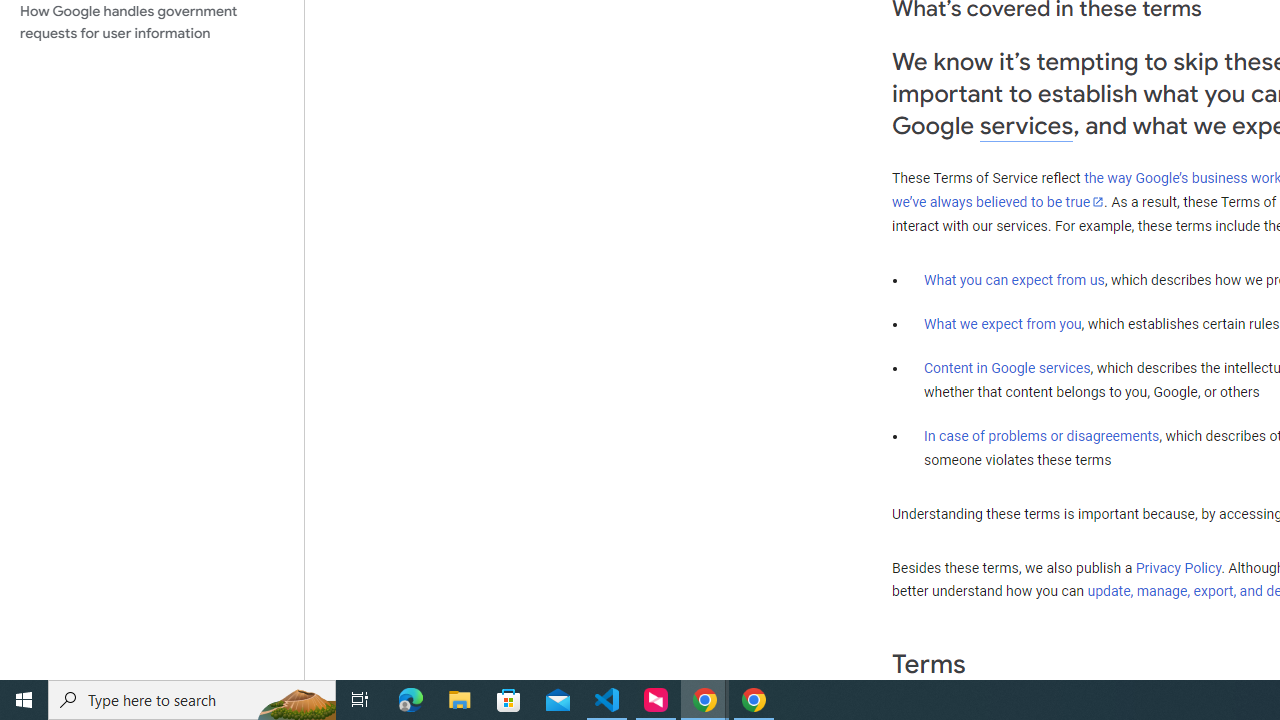 This screenshot has height=720, width=1280. Describe the element at coordinates (1026, 125) in the screenshot. I see `'services'` at that location.